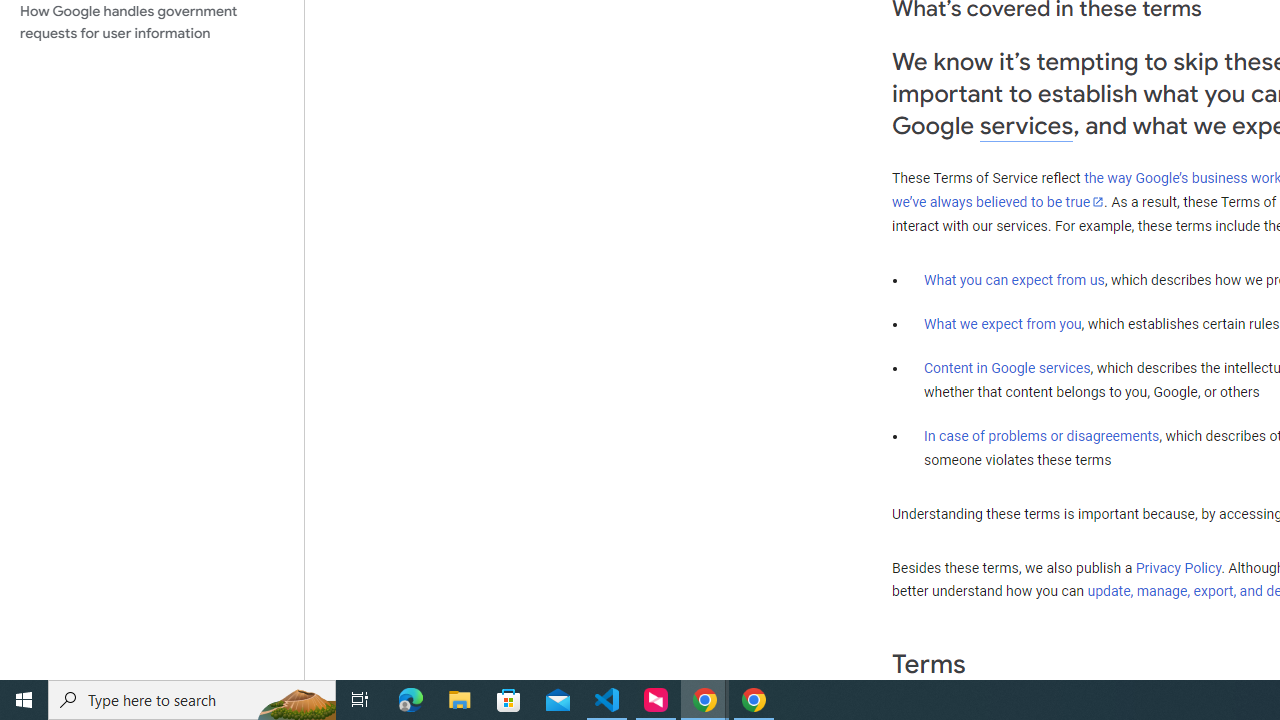 This screenshot has height=720, width=1280. Describe the element at coordinates (1026, 125) in the screenshot. I see `'services'` at that location.